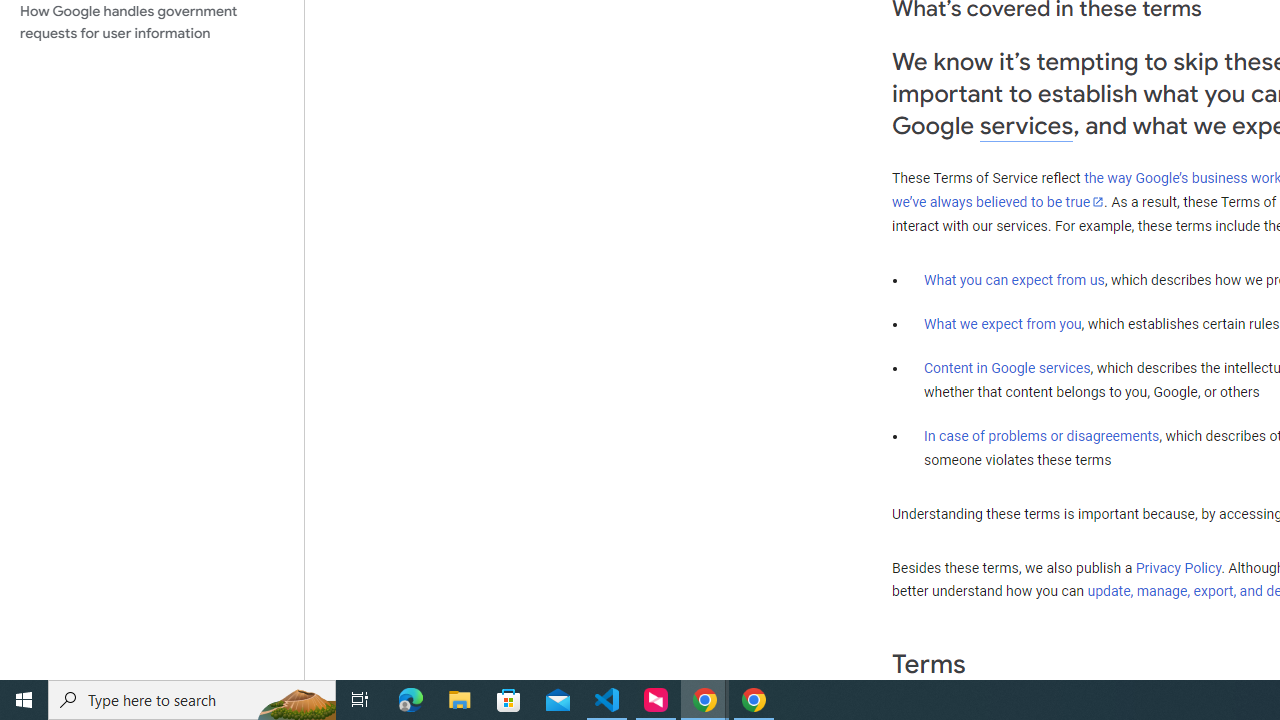 This screenshot has height=720, width=1280. Describe the element at coordinates (1026, 125) in the screenshot. I see `'services'` at that location.